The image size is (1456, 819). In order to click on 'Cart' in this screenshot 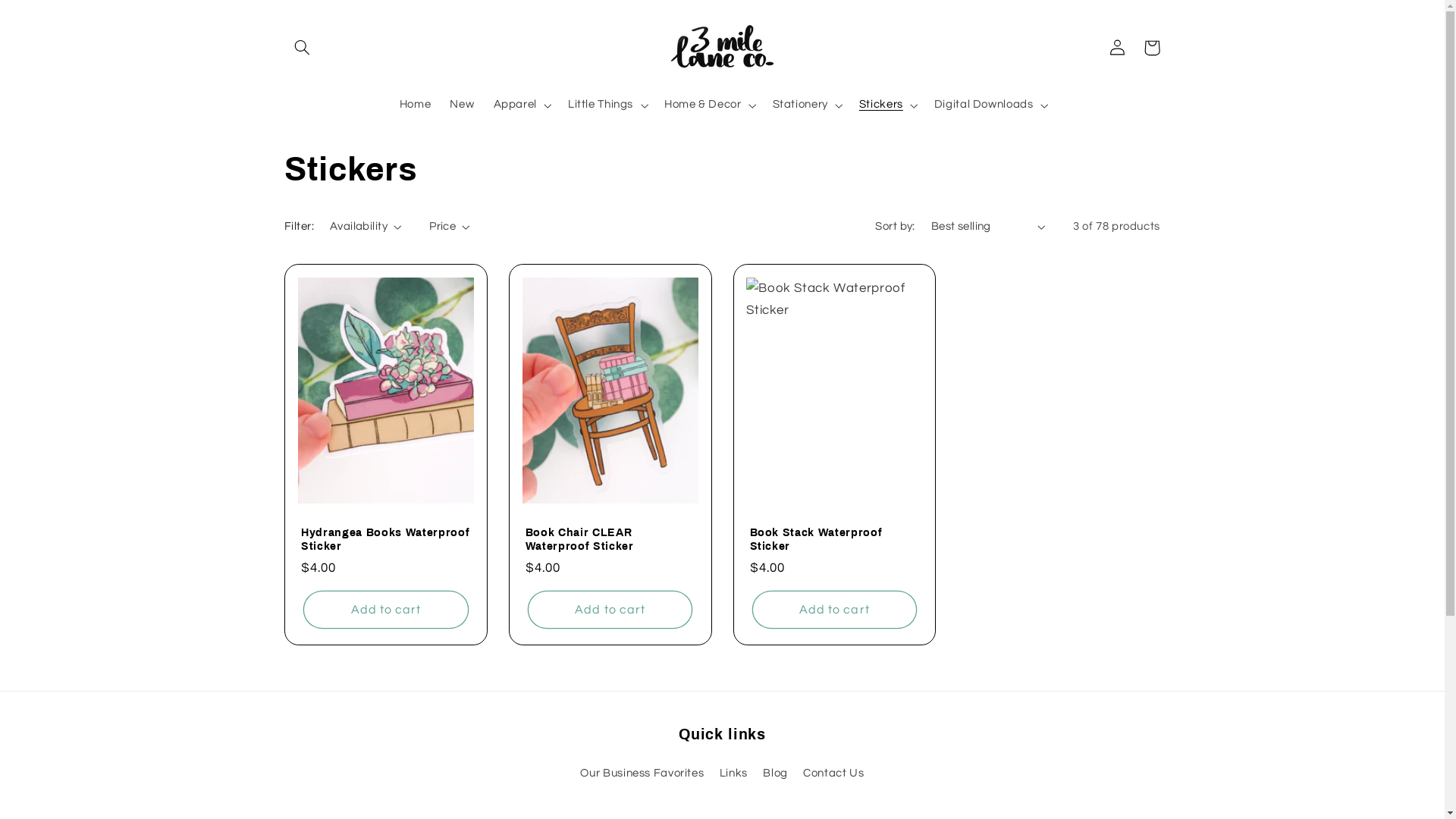, I will do `click(1151, 46)`.